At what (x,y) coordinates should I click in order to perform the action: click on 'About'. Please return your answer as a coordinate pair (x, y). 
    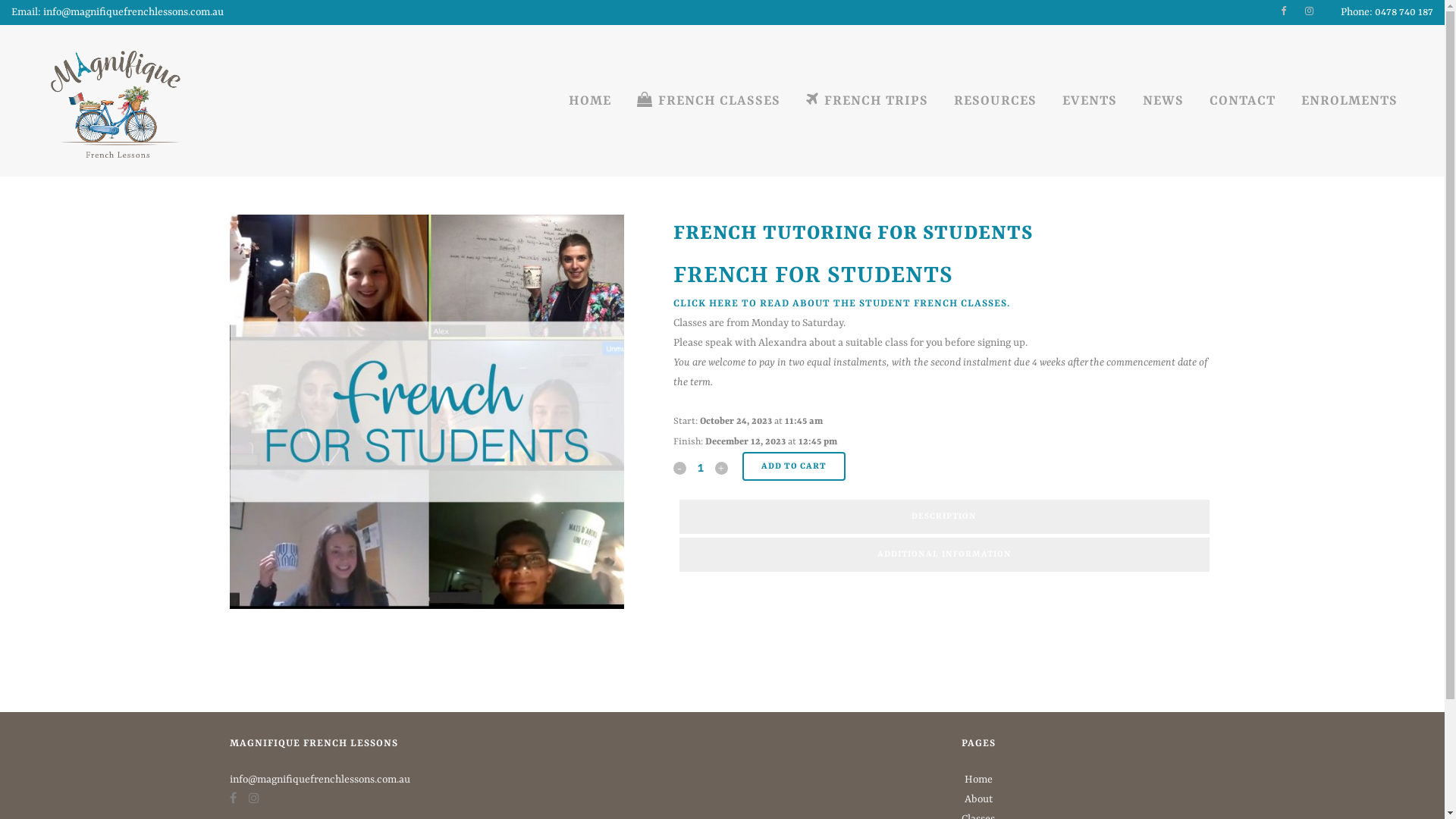
    Looking at the image, I should click on (978, 798).